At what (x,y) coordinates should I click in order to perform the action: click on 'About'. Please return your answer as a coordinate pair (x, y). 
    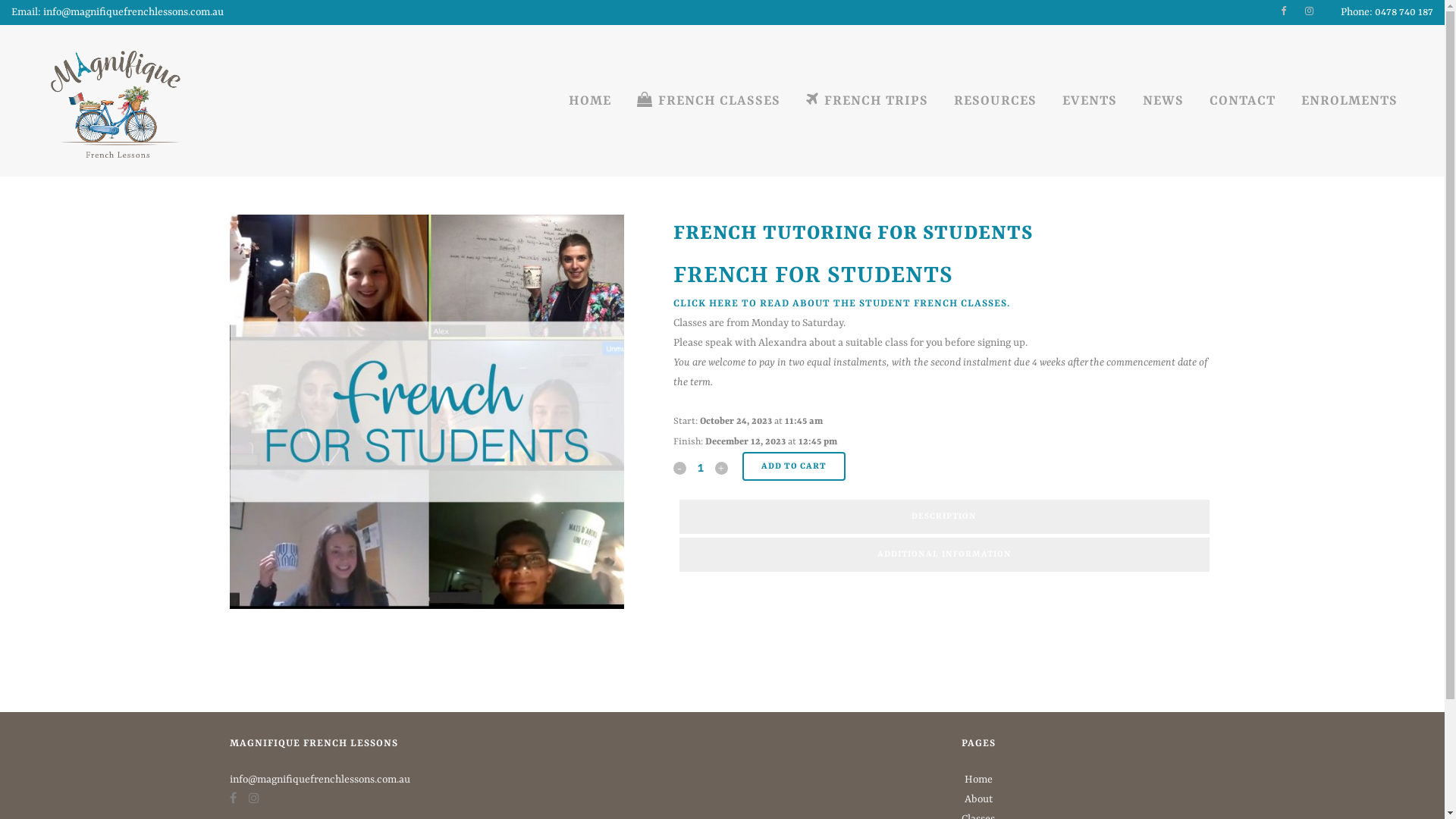
    Looking at the image, I should click on (978, 798).